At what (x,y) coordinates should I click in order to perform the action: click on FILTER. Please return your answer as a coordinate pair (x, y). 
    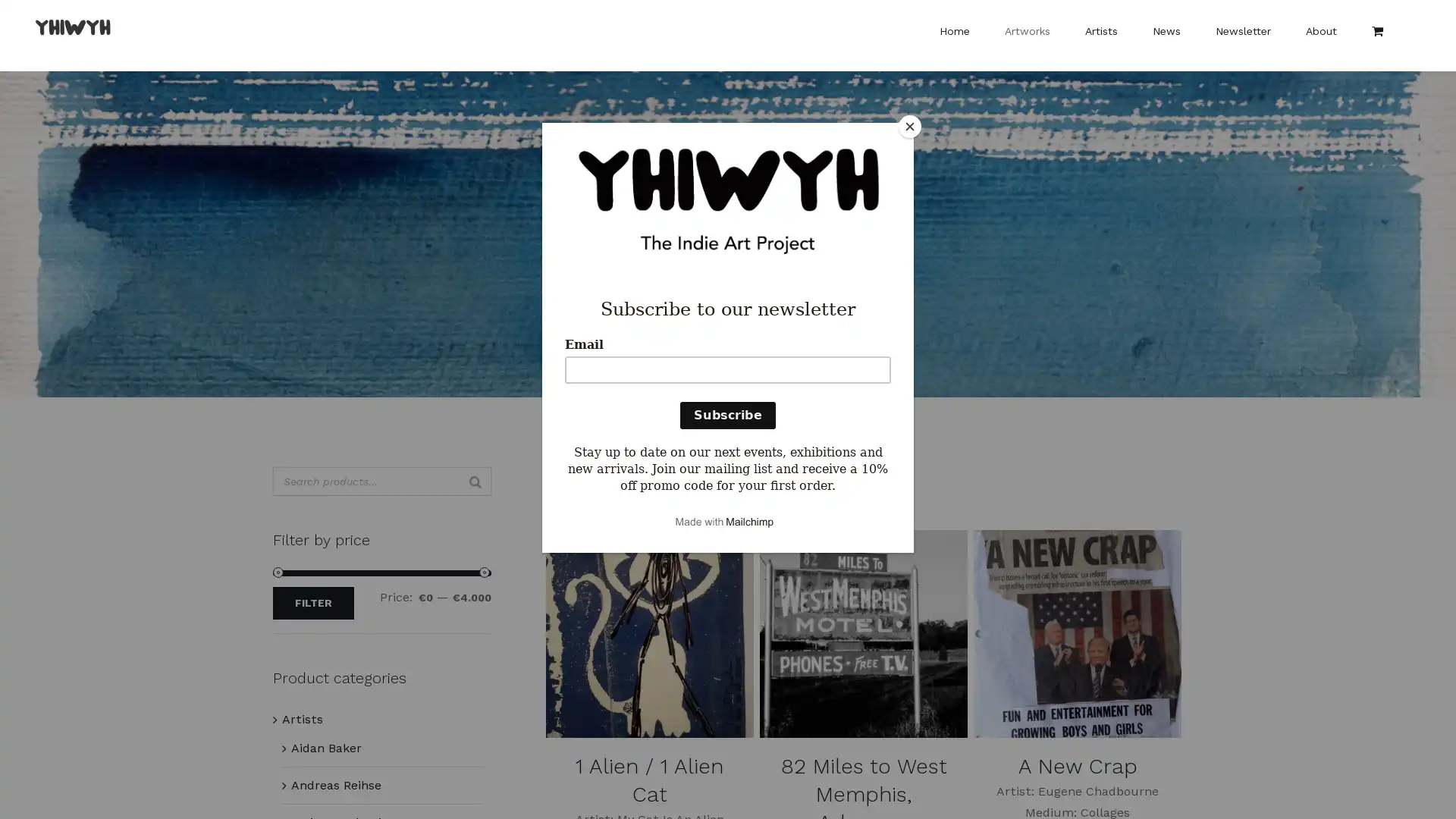
    Looking at the image, I should click on (312, 602).